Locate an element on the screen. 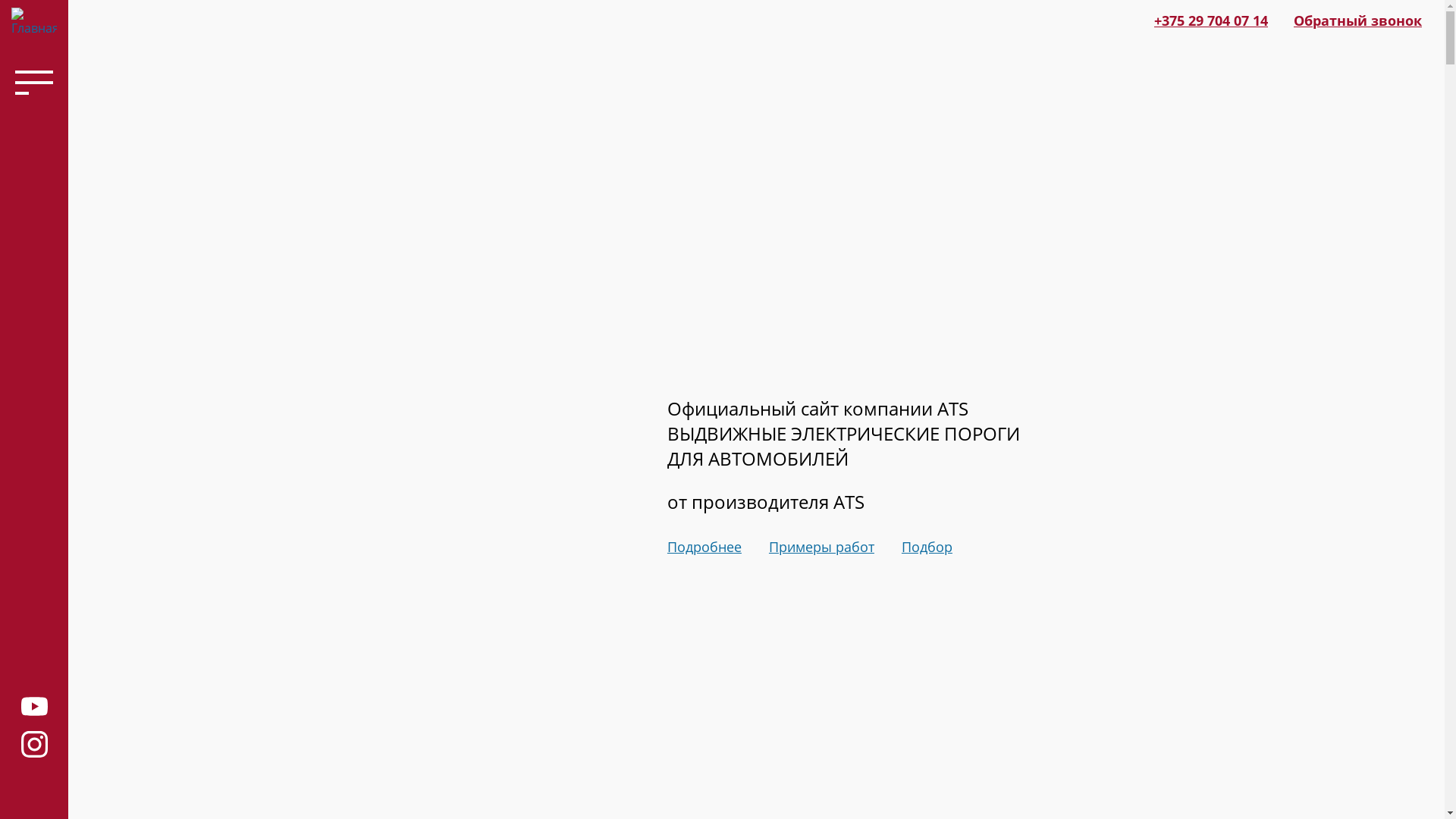  '+375 29 704 07 14' is located at coordinates (1210, 20).